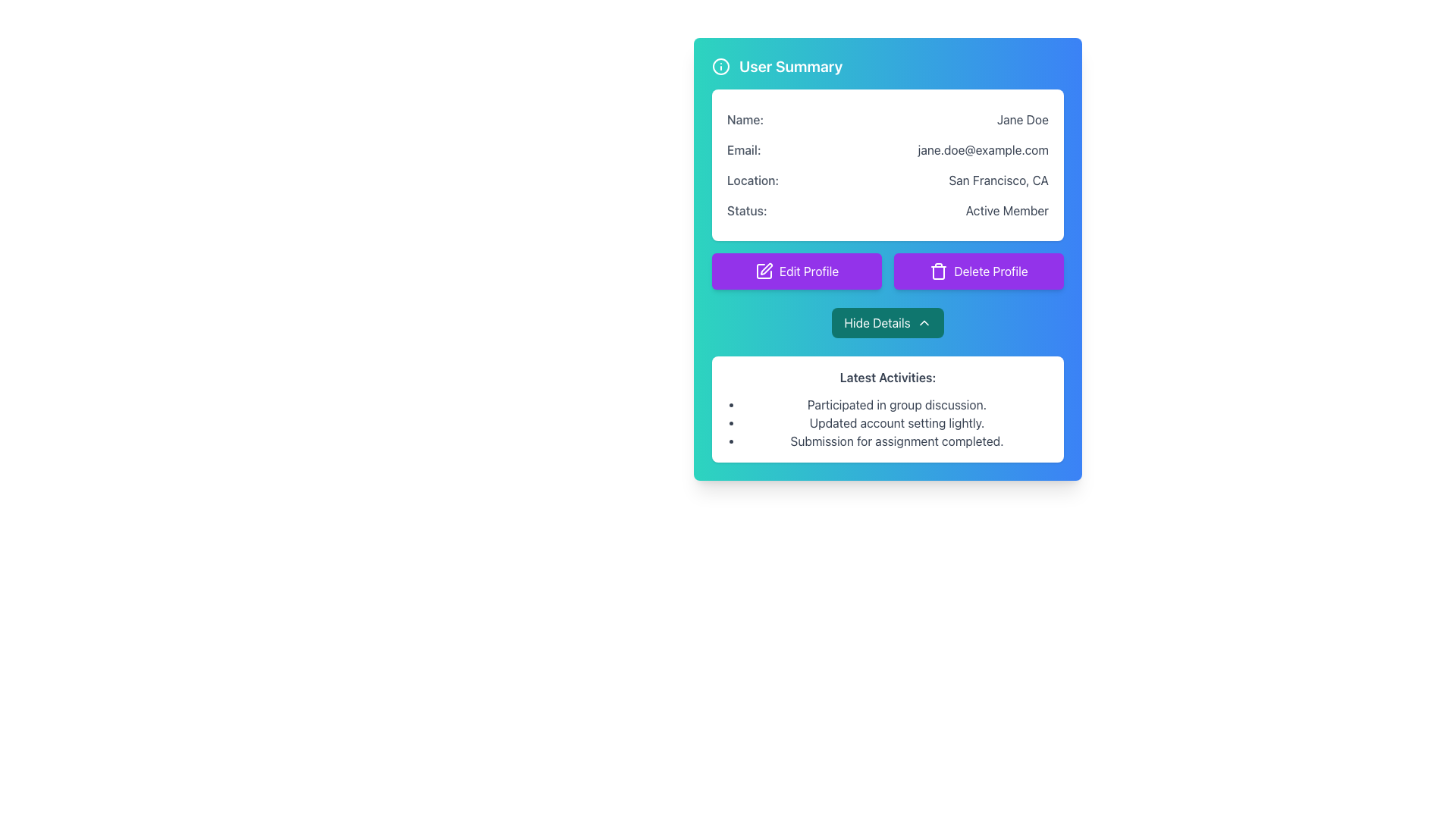 This screenshot has width=1456, height=819. What do you see at coordinates (753, 180) in the screenshot?
I see `the 'Location:' text label which indicates the user's location information in the user summary interface` at bounding box center [753, 180].